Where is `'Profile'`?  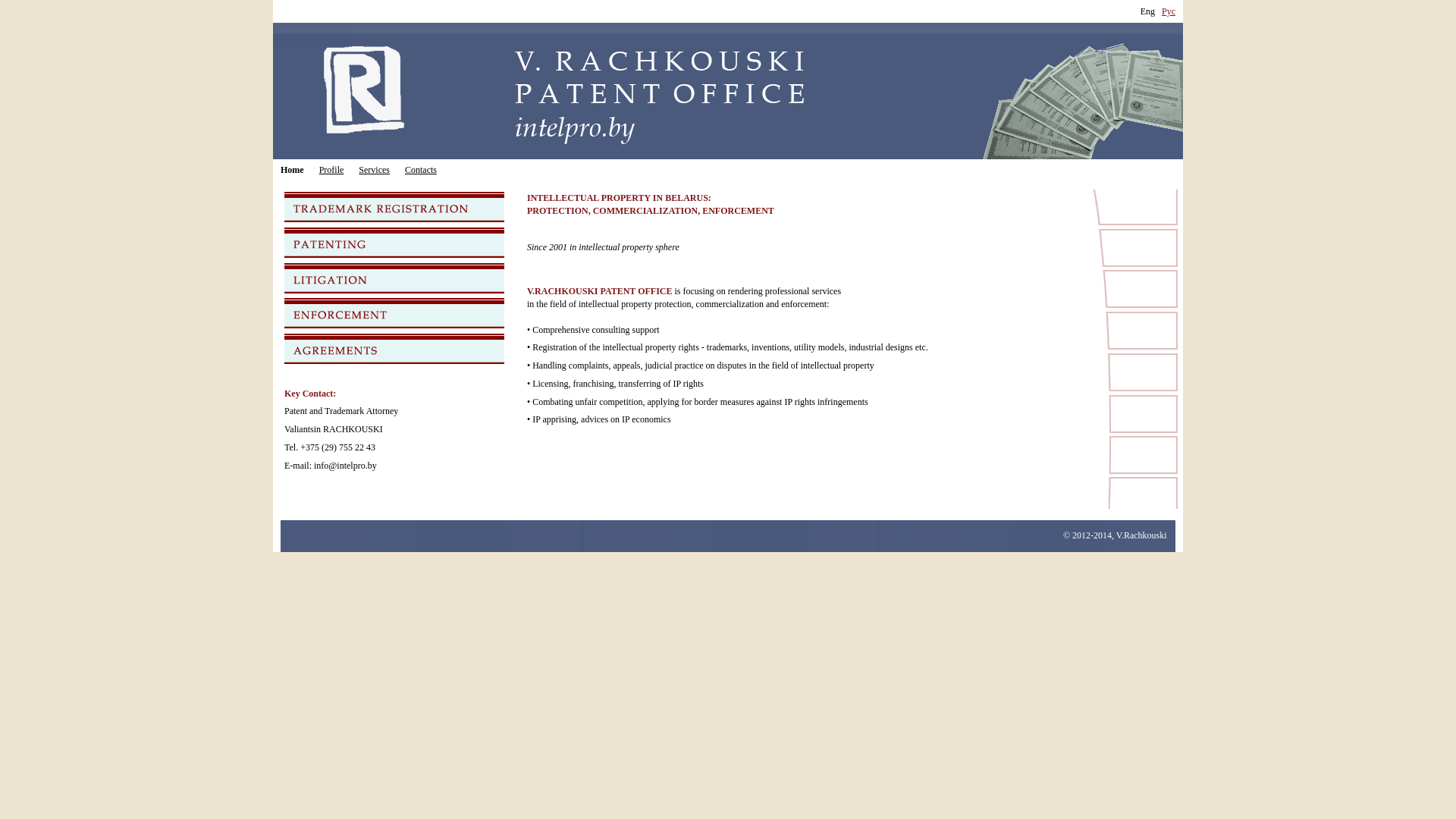
'Profile' is located at coordinates (331, 170).